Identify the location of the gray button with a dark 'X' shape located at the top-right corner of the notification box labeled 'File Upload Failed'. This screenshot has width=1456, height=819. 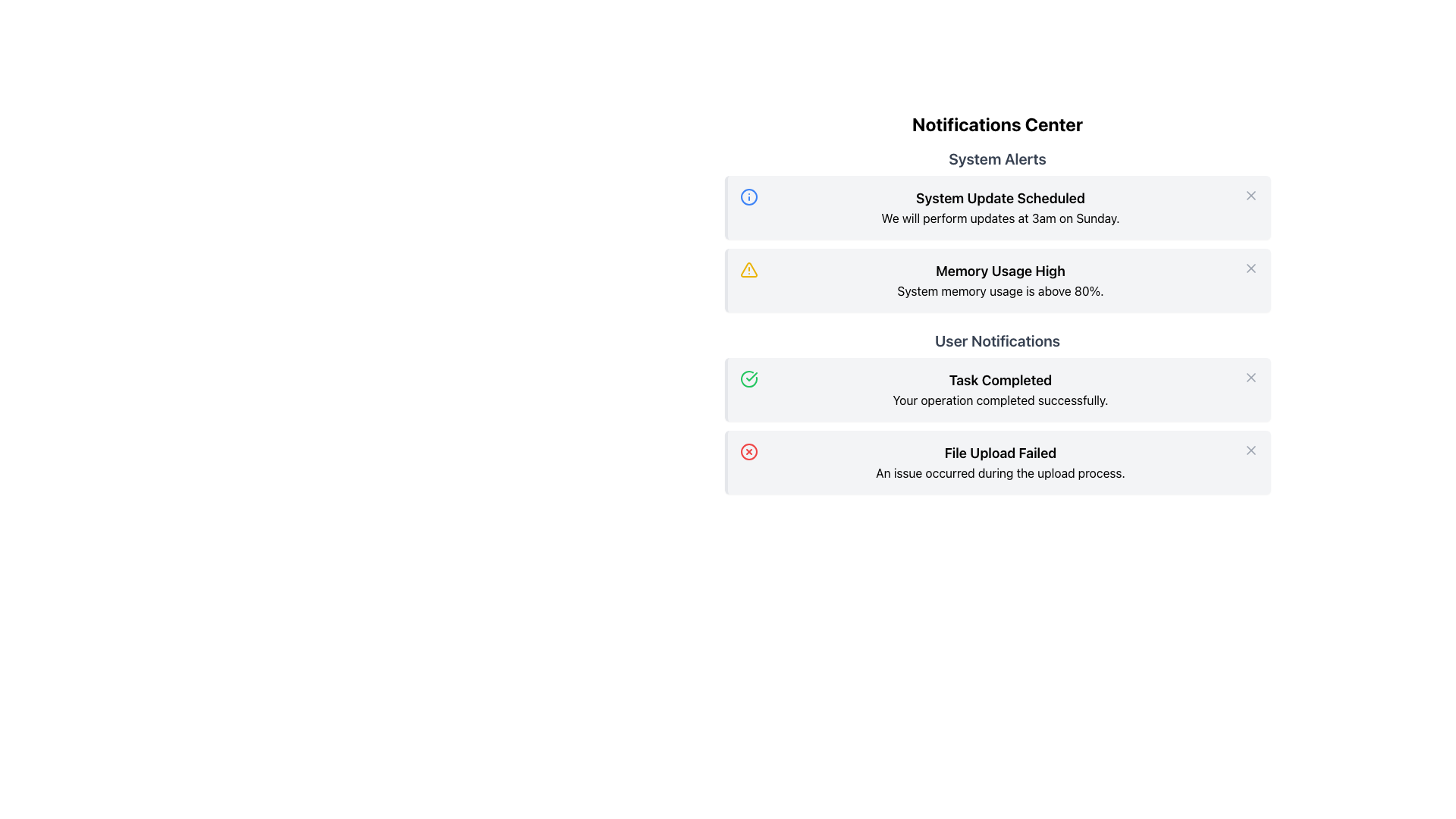
(1250, 450).